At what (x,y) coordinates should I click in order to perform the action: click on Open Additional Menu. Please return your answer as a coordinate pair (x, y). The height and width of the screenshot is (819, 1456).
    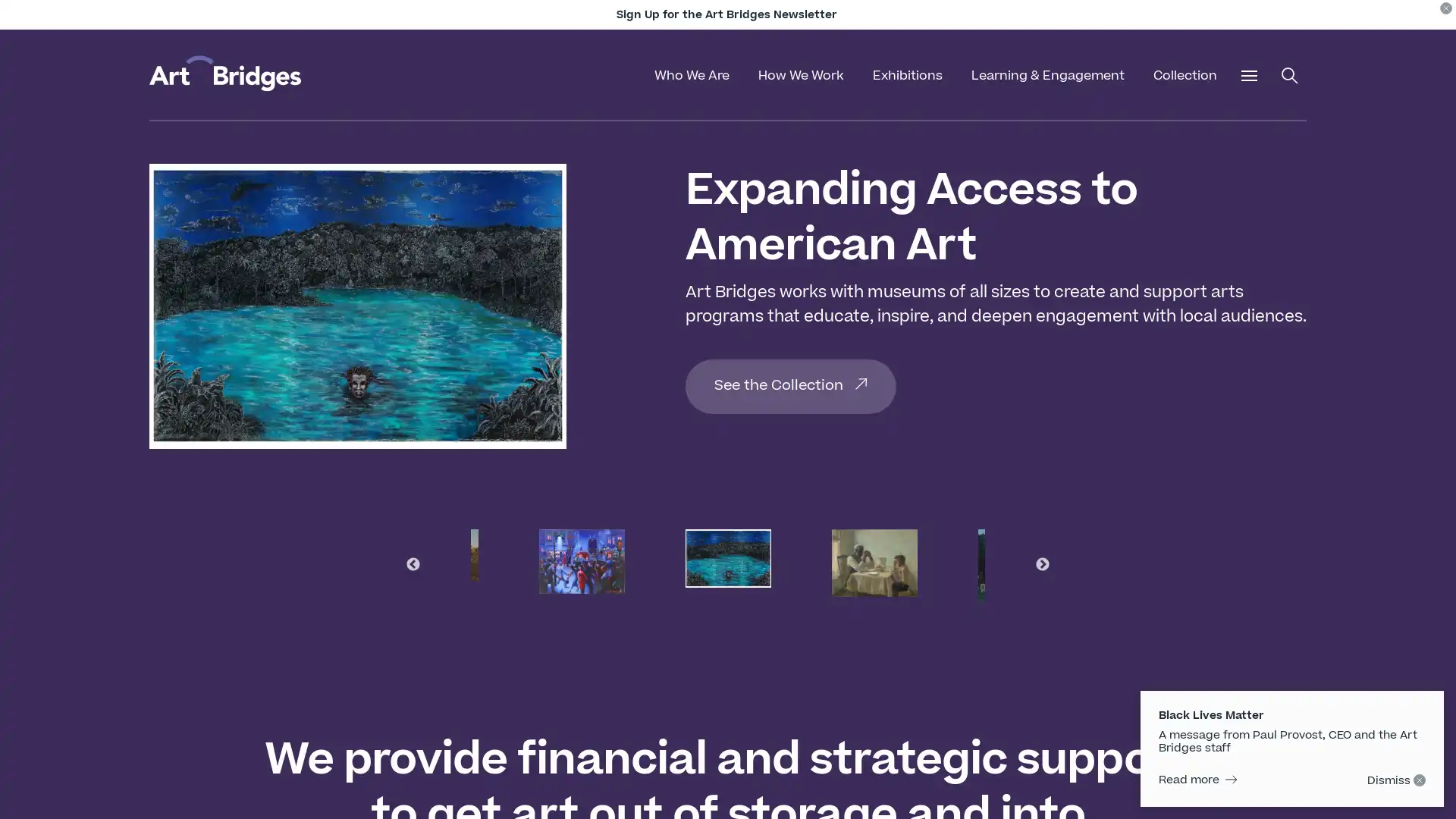
    Looking at the image, I should click on (1248, 76).